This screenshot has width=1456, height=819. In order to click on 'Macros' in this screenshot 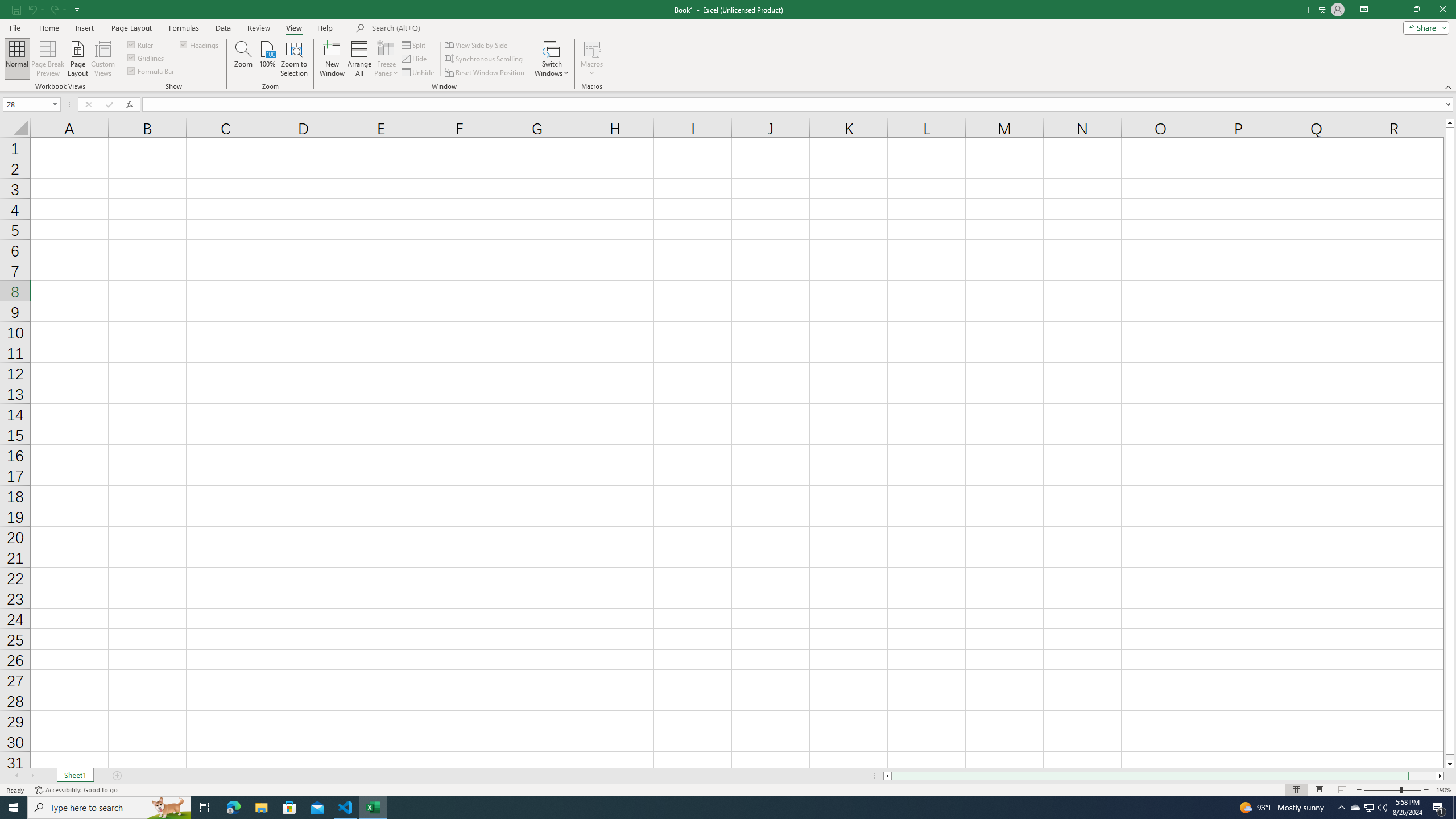, I will do `click(591, 59)`.